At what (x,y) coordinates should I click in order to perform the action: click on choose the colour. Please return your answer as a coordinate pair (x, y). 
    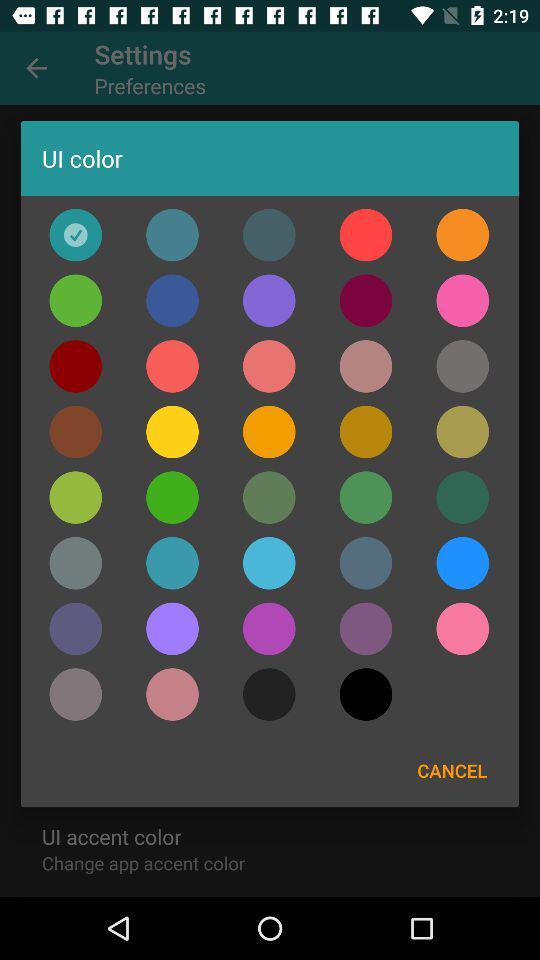
    Looking at the image, I should click on (172, 563).